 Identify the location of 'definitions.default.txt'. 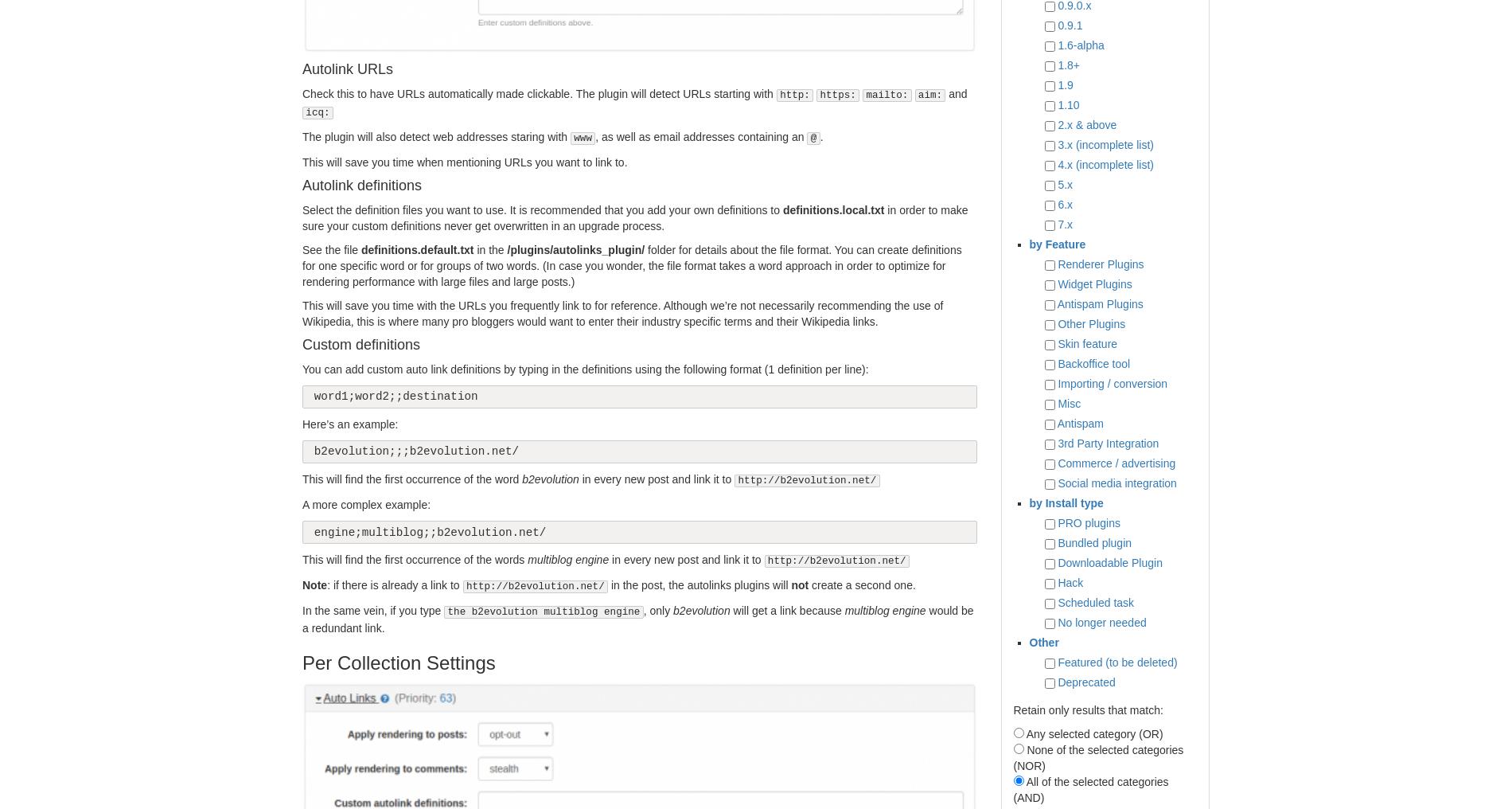
(417, 248).